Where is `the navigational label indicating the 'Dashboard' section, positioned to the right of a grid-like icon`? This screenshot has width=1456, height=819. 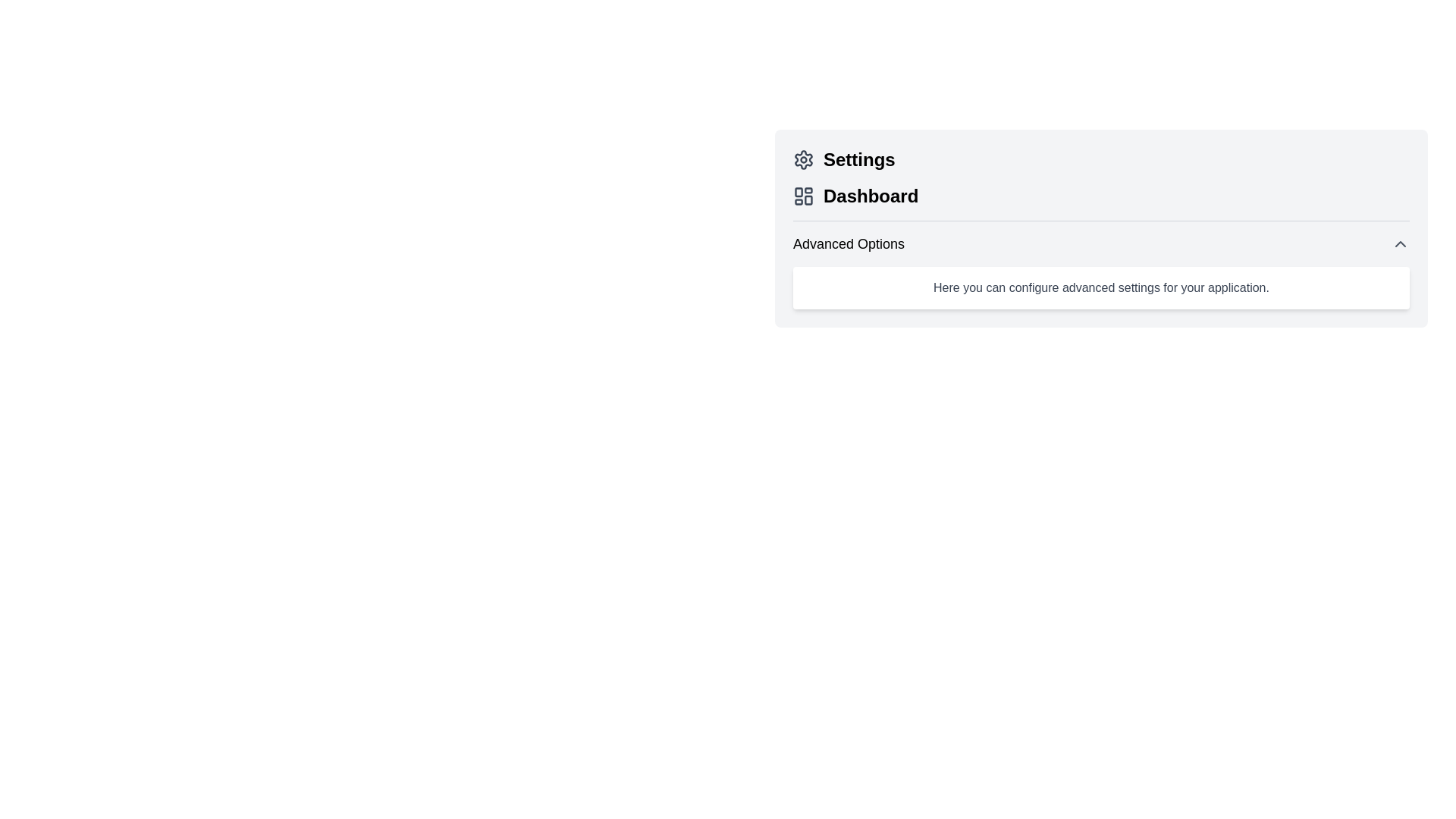
the navigational label indicating the 'Dashboard' section, positioned to the right of a grid-like icon is located at coordinates (871, 195).